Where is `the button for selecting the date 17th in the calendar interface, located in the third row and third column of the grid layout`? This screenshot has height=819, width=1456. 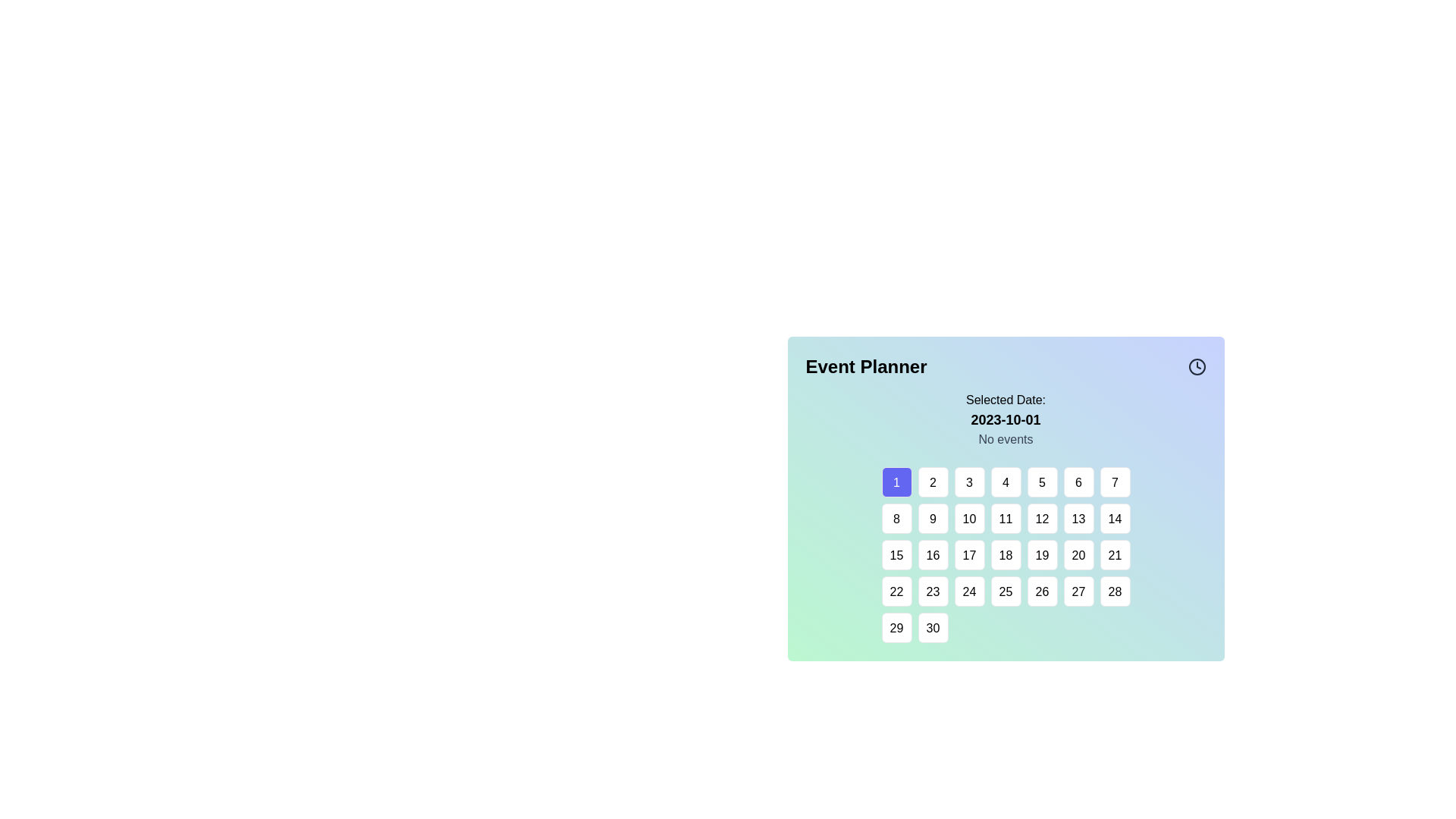 the button for selecting the date 17th in the calendar interface, located in the third row and third column of the grid layout is located at coordinates (968, 555).